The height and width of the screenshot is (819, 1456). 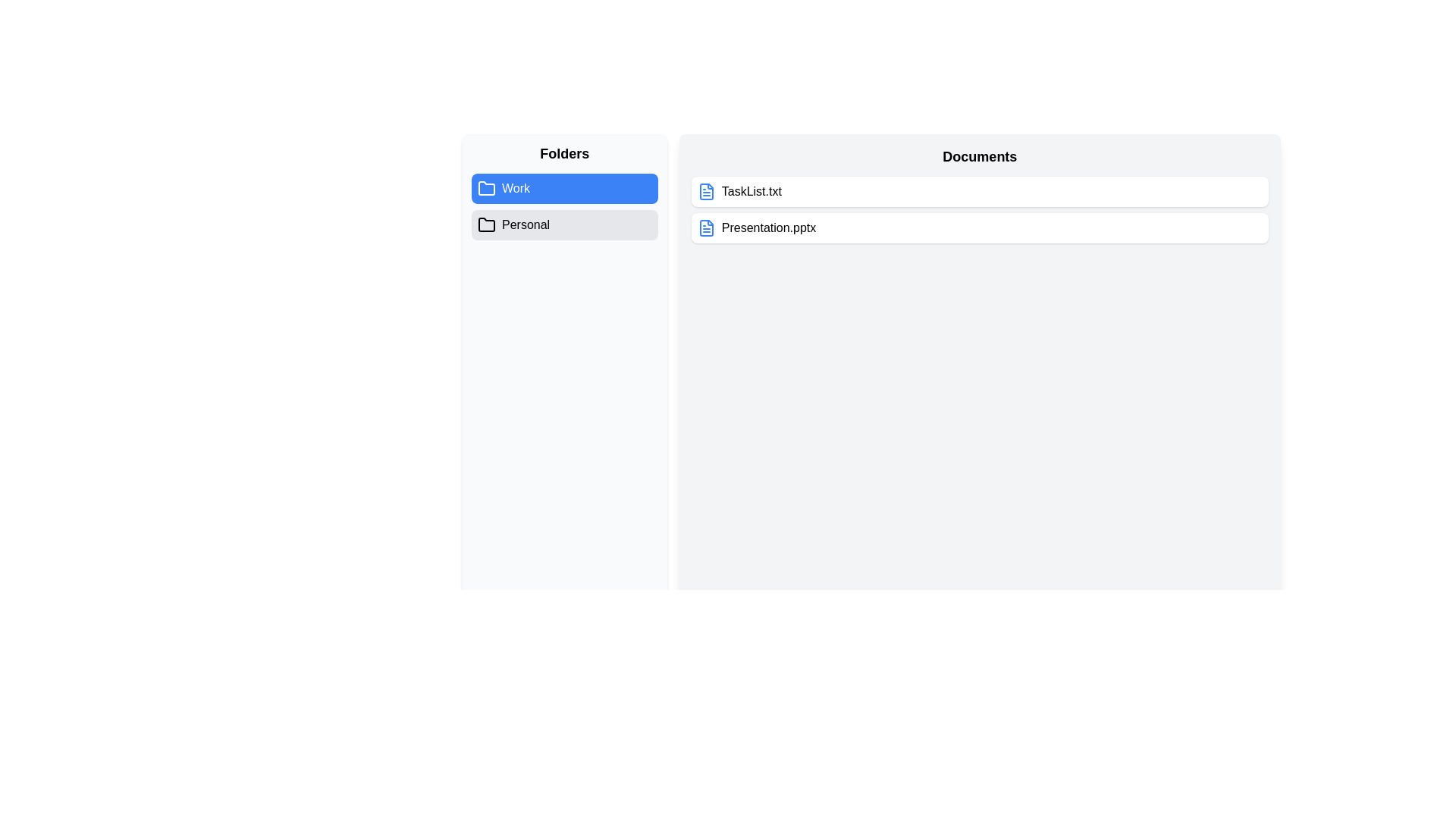 I want to click on the 'Personal' folder icon located in the left panel under the 'Folders' section, so click(x=487, y=224).